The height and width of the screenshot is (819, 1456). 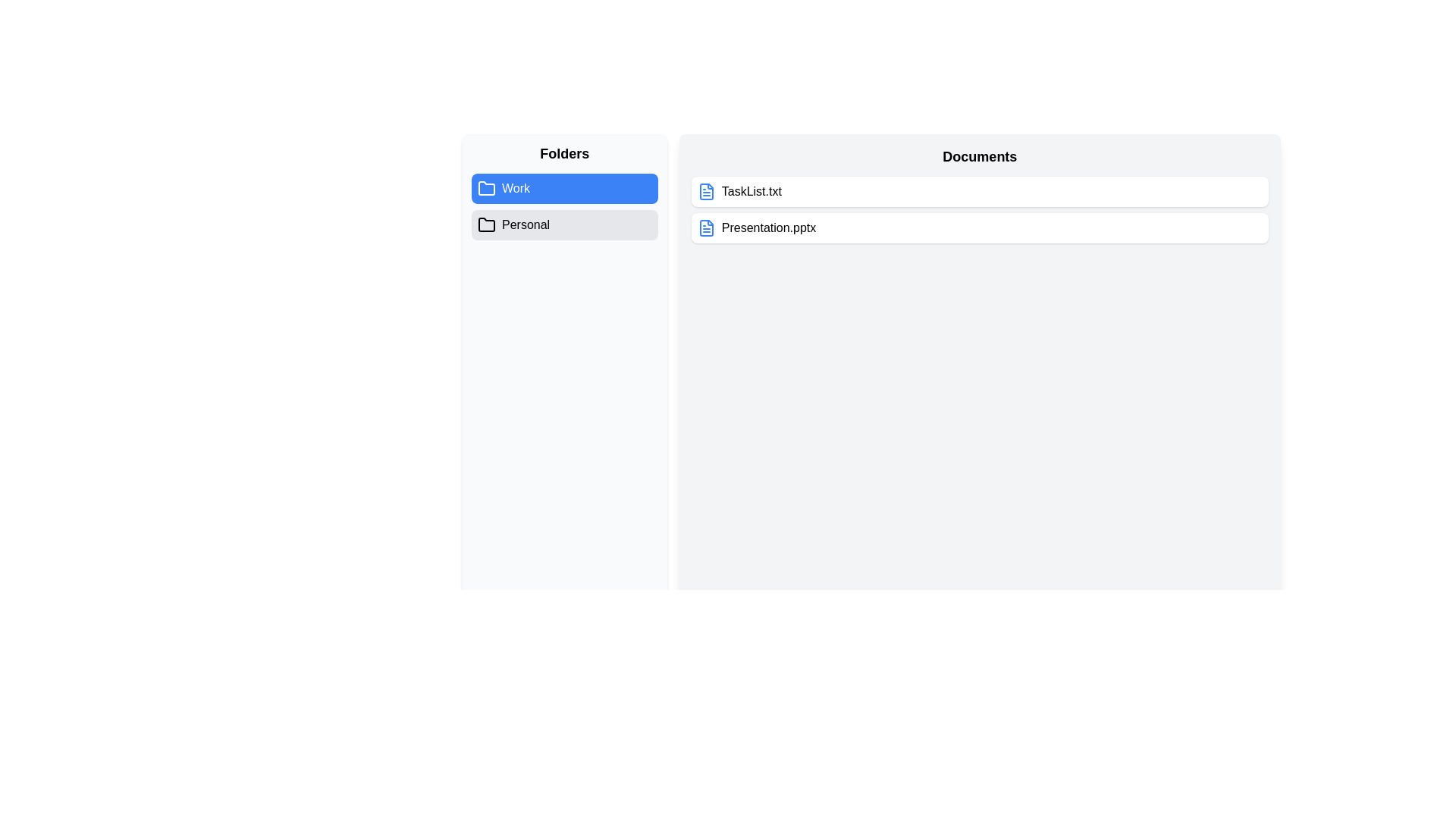 I want to click on the 'Personal' folder icon located in the left panel under the 'Folders' section, so click(x=487, y=224).